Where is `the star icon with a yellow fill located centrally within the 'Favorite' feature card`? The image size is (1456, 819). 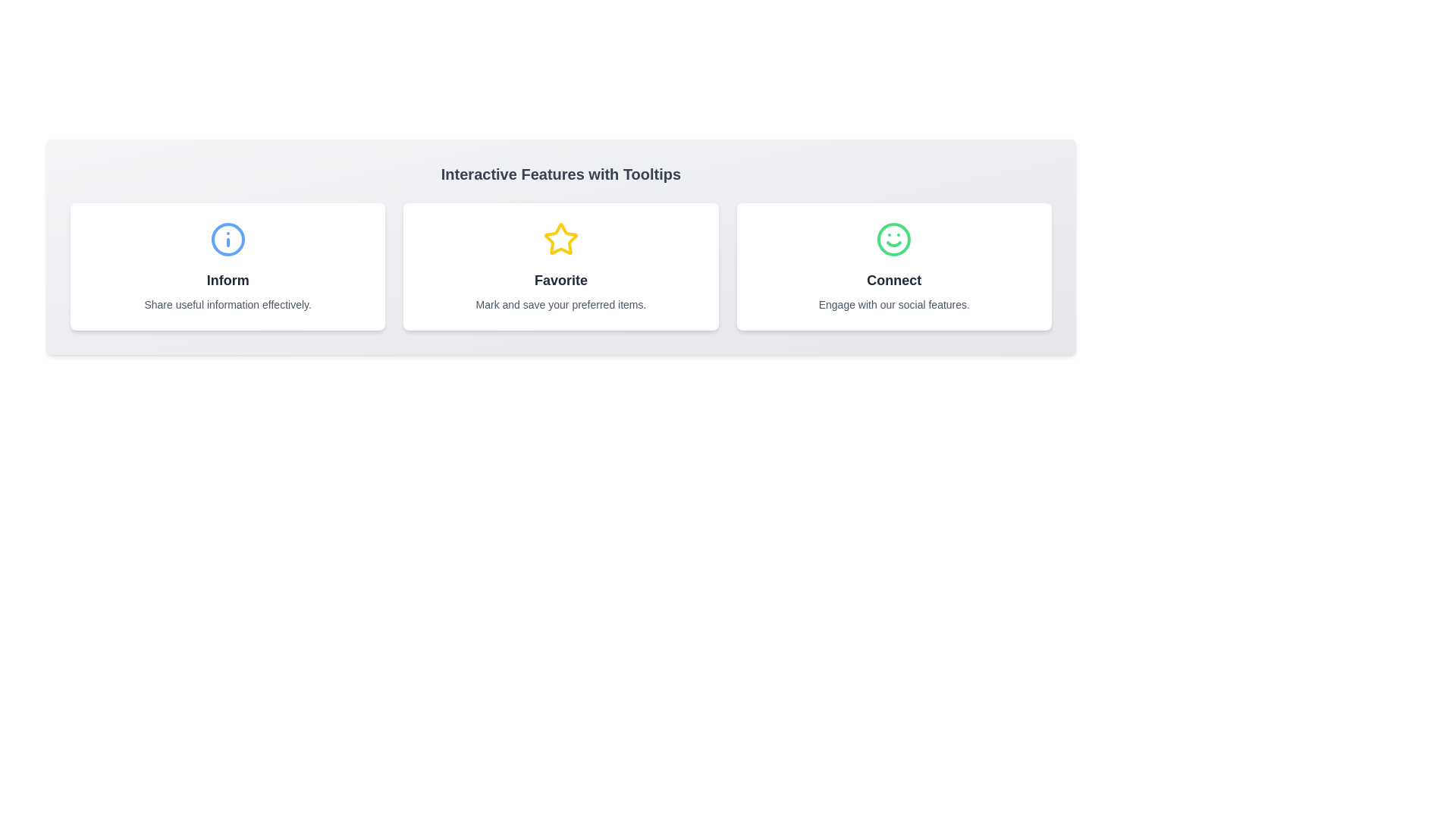 the star icon with a yellow fill located centrally within the 'Favorite' feature card is located at coordinates (560, 239).